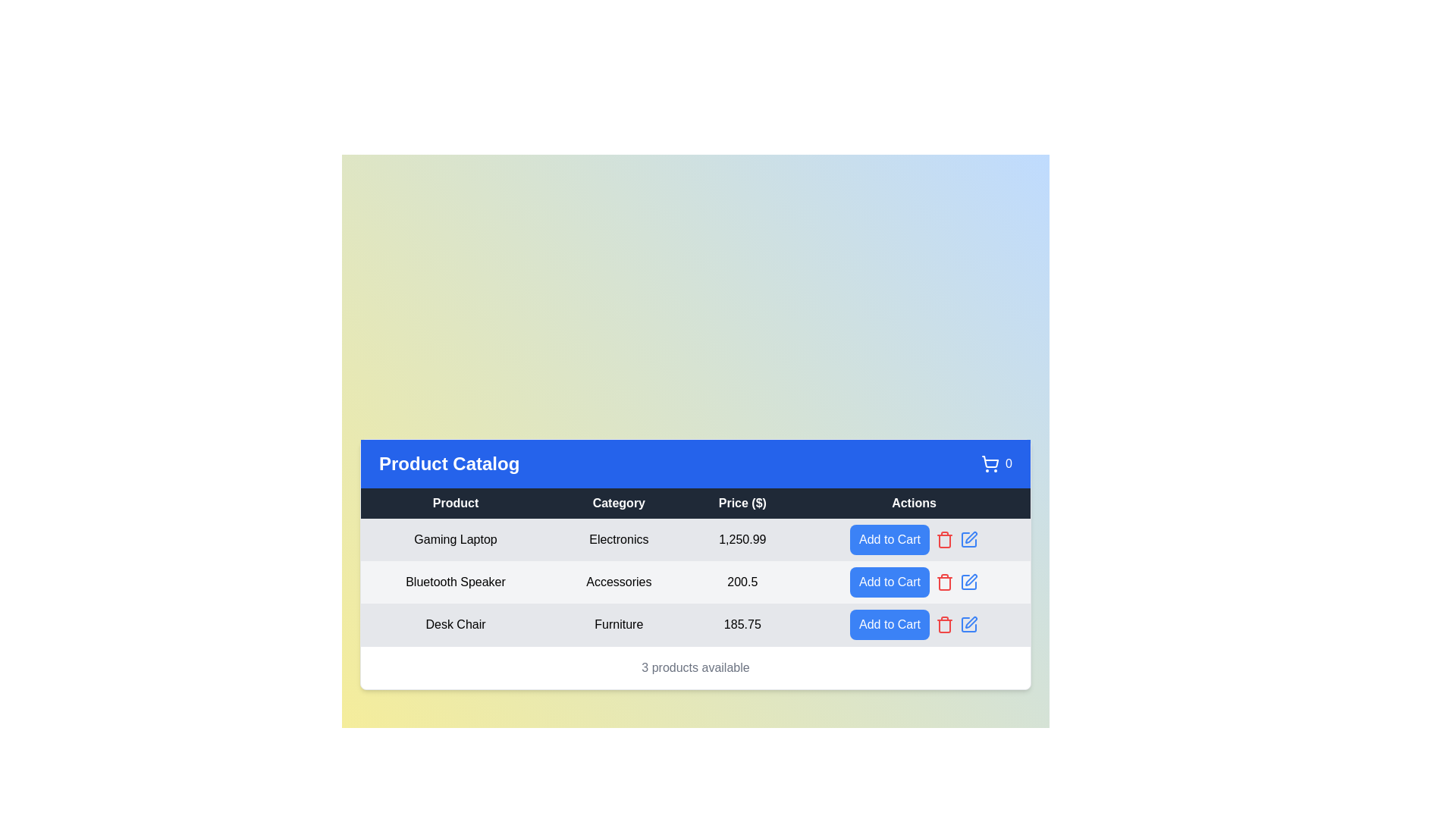  I want to click on the button in the 'Actions' column of the second row, so click(913, 581).